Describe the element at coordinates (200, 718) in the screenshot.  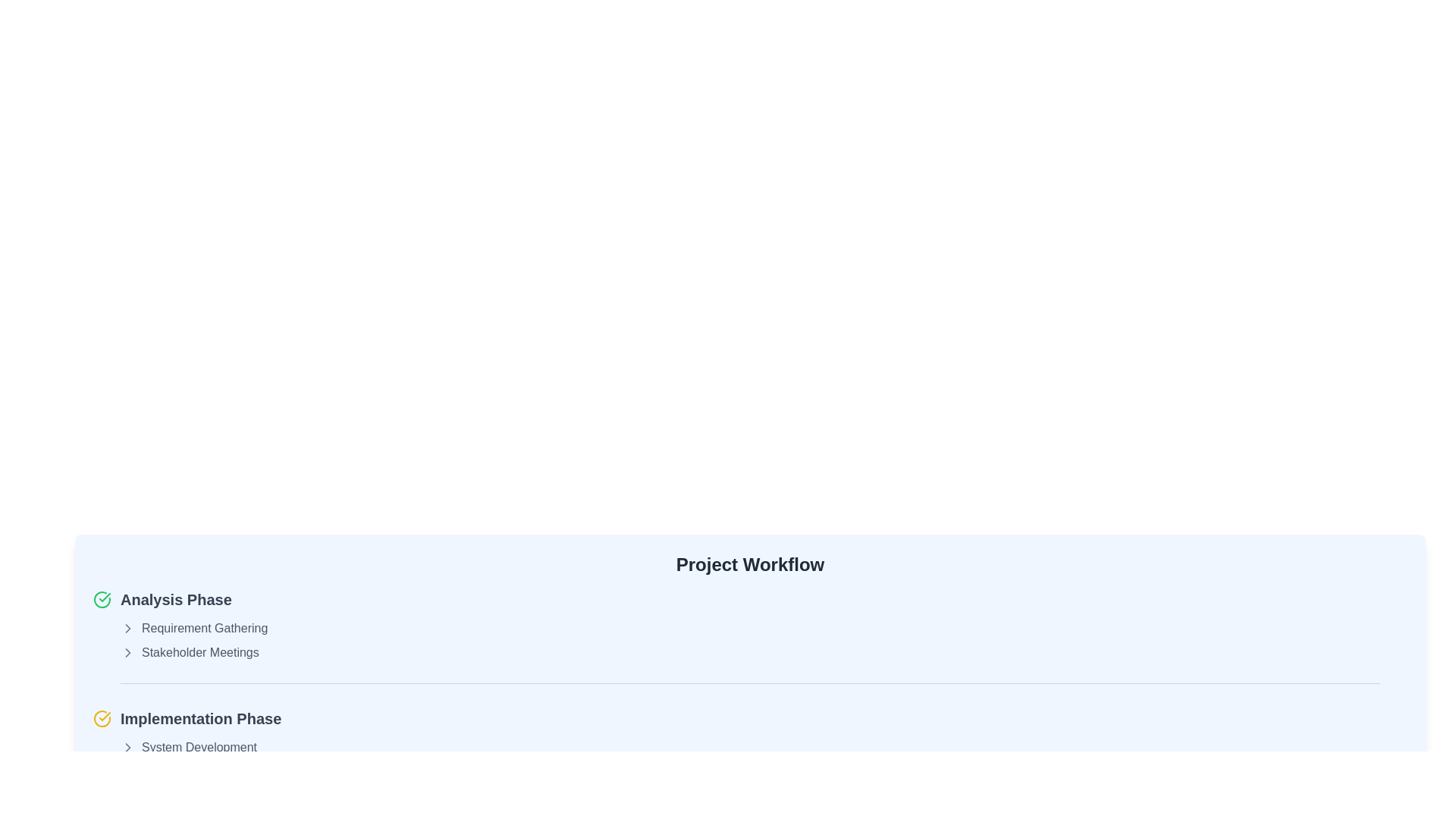
I see `the bold text label reading 'Implementation Phase'` at that location.